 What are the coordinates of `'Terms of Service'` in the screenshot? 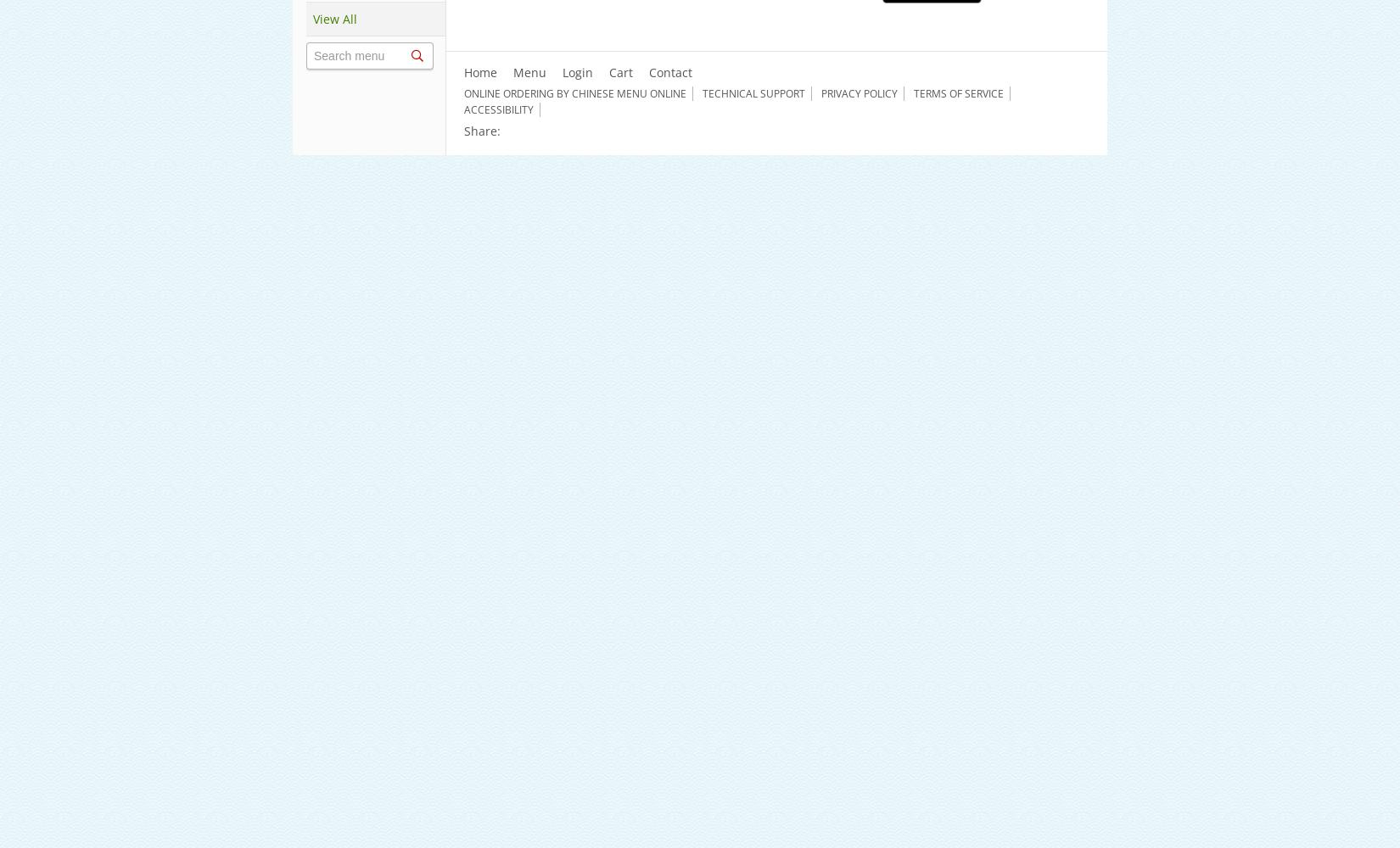 It's located at (912, 92).